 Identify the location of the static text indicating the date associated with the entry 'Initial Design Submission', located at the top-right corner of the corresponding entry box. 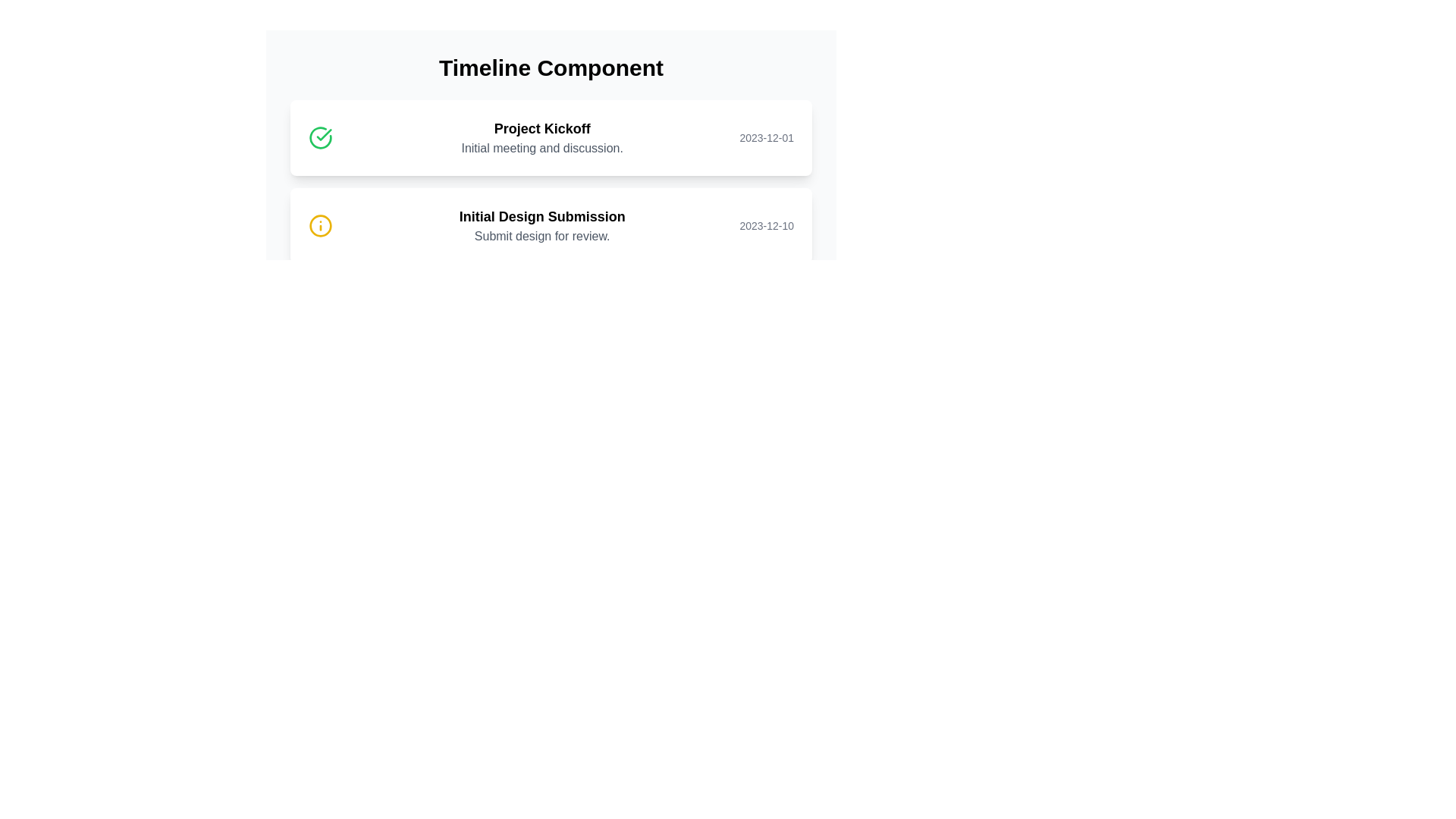
(767, 225).